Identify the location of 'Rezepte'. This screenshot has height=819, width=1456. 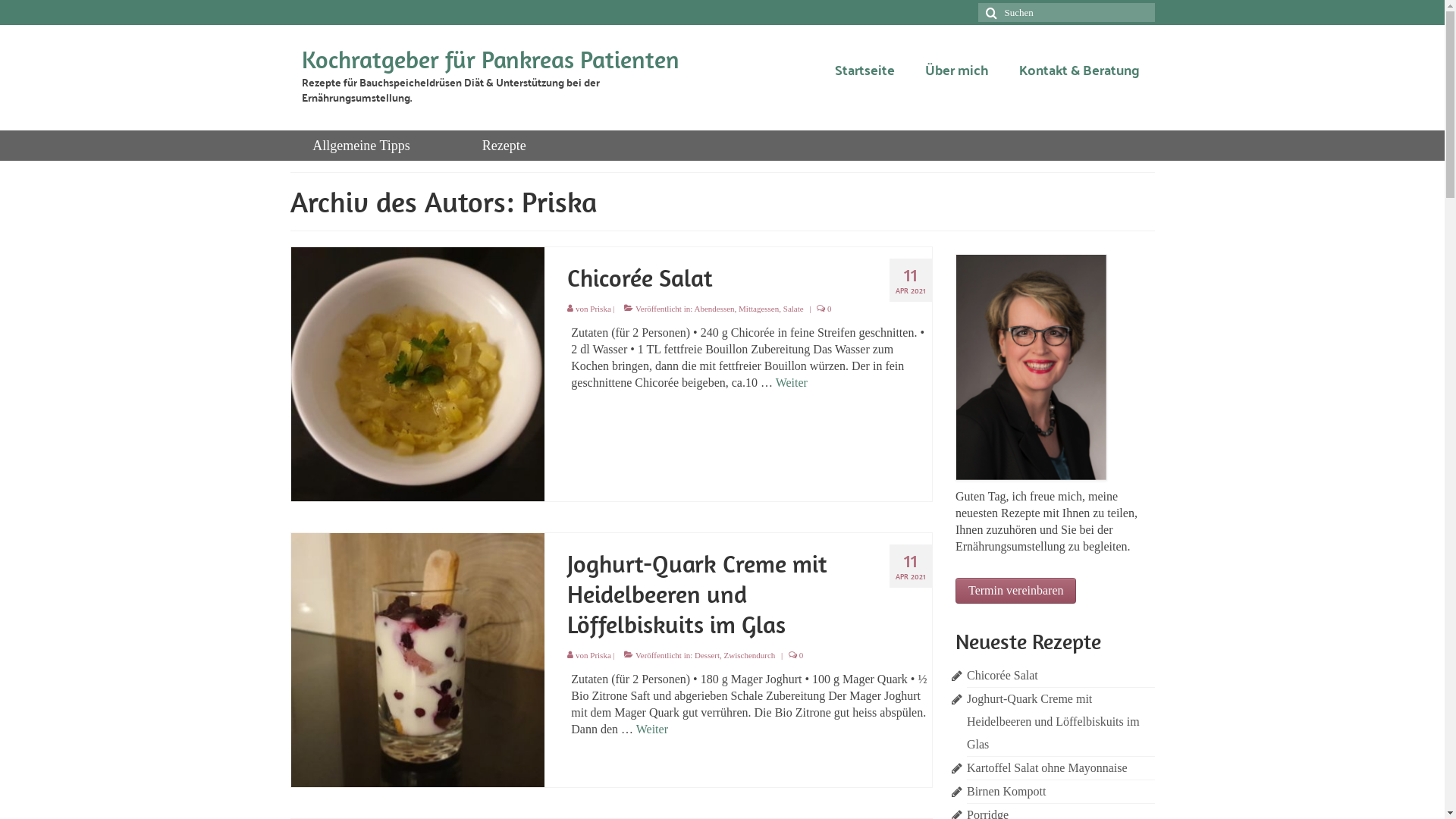
(504, 146).